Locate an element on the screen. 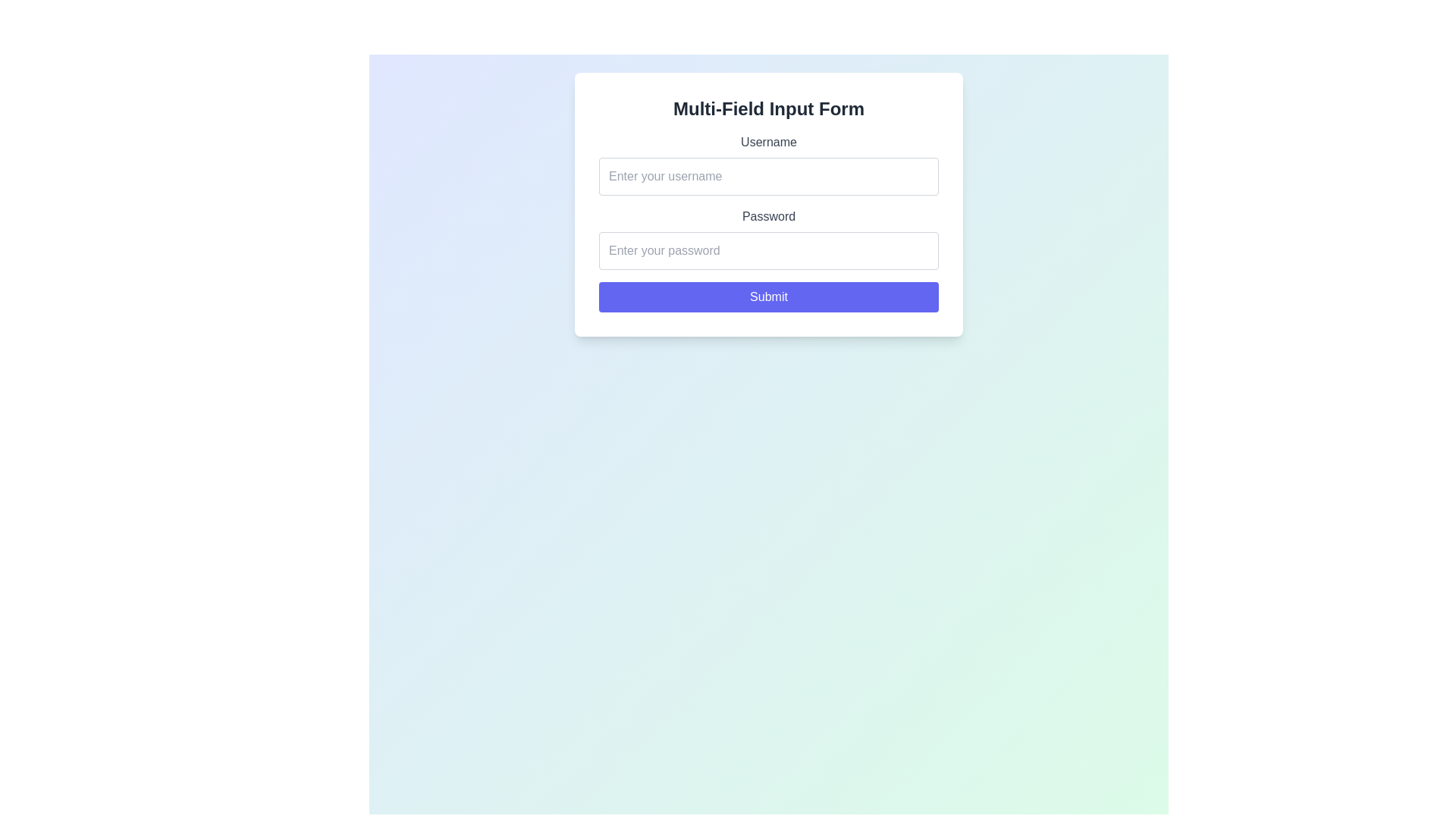 Image resolution: width=1456 pixels, height=819 pixels. the indigo 'Submit' button with white text located at the bottom of the form is located at coordinates (768, 297).